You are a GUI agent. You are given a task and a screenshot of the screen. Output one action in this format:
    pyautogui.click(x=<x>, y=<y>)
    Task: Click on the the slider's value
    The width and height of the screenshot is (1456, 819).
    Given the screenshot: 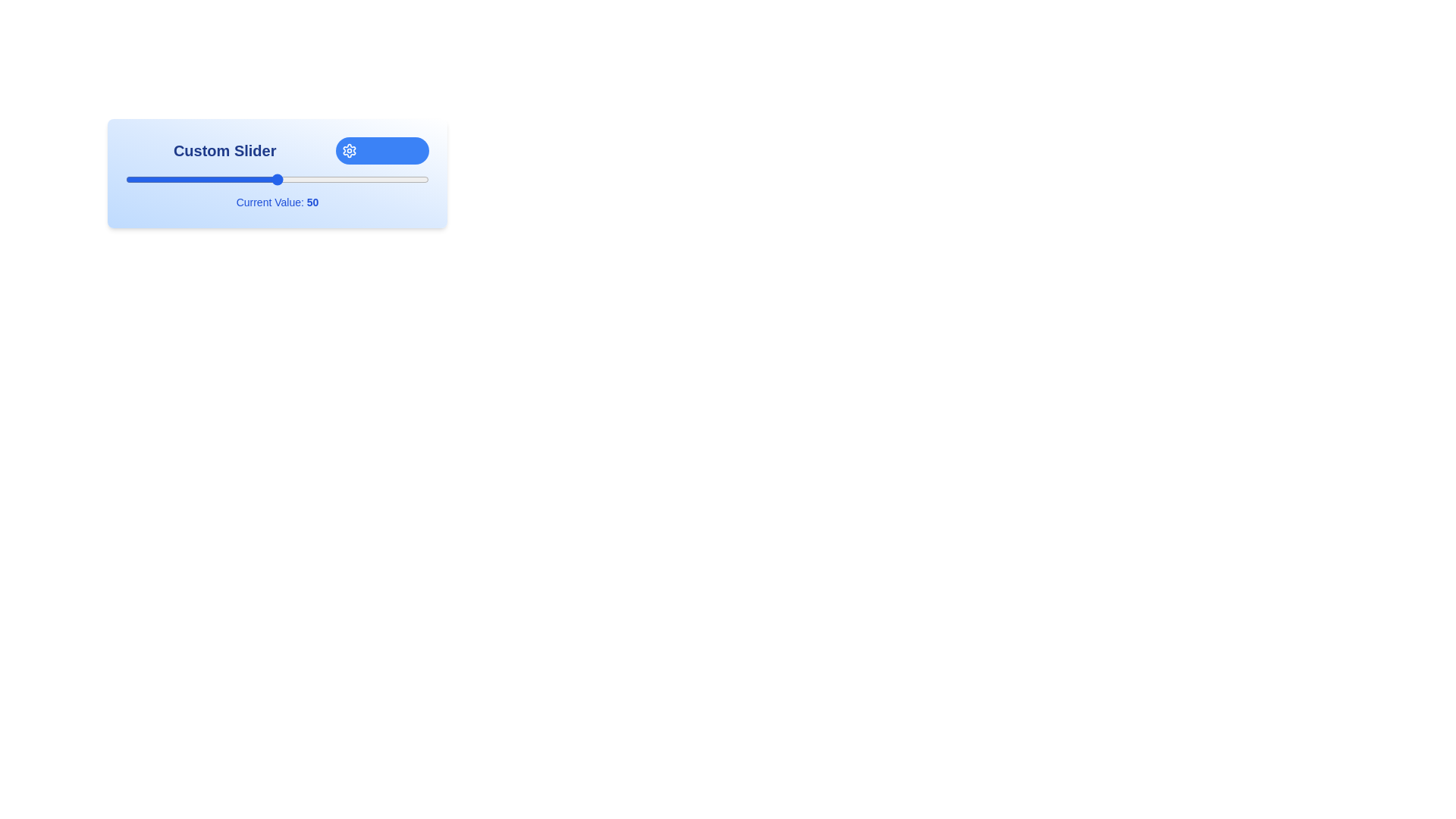 What is the action you would take?
    pyautogui.click(x=344, y=178)
    